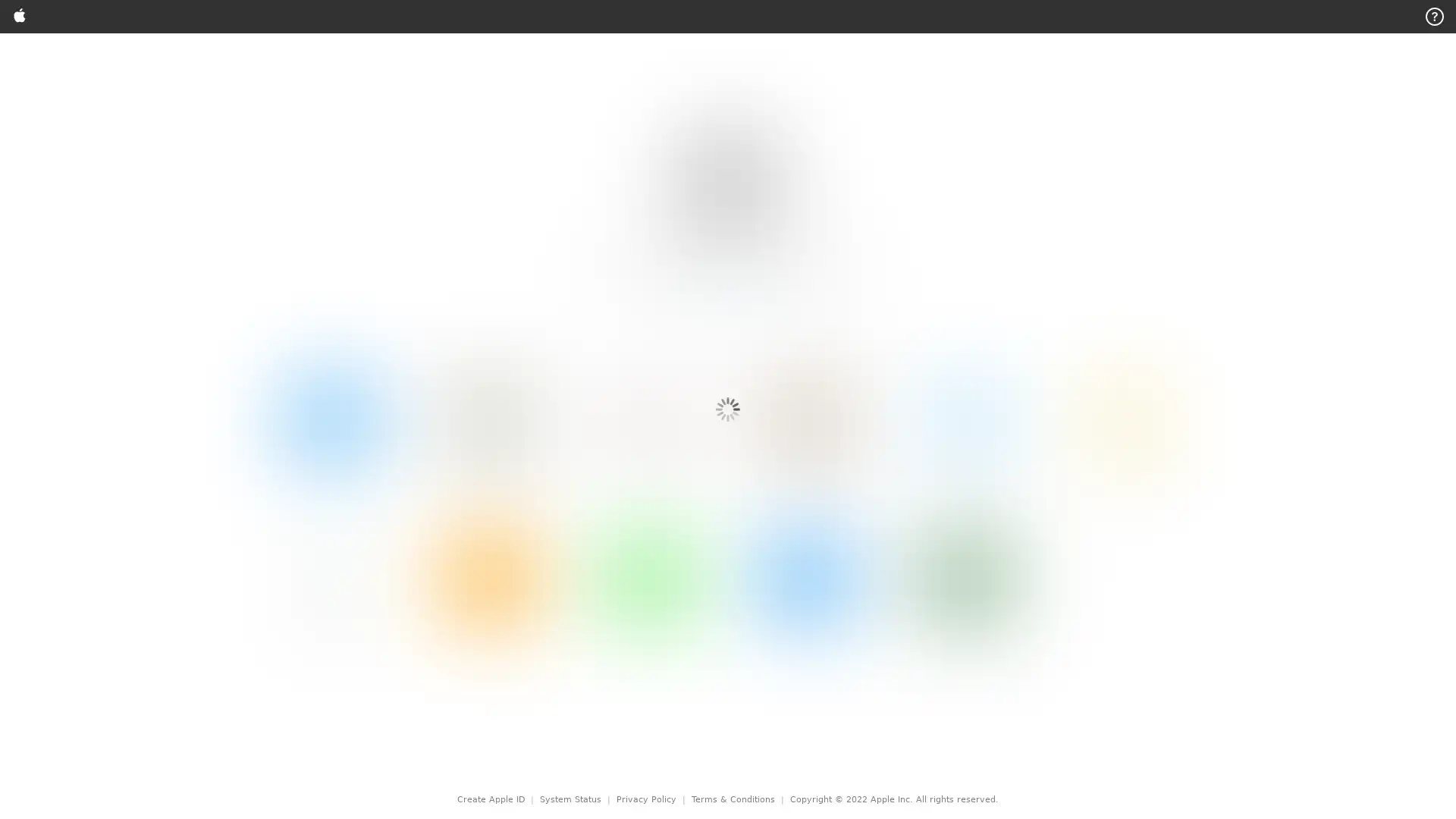 The image size is (1456, 819). Describe the element at coordinates (752, 74) in the screenshot. I see `Create your free Apple ID and get started today` at that location.